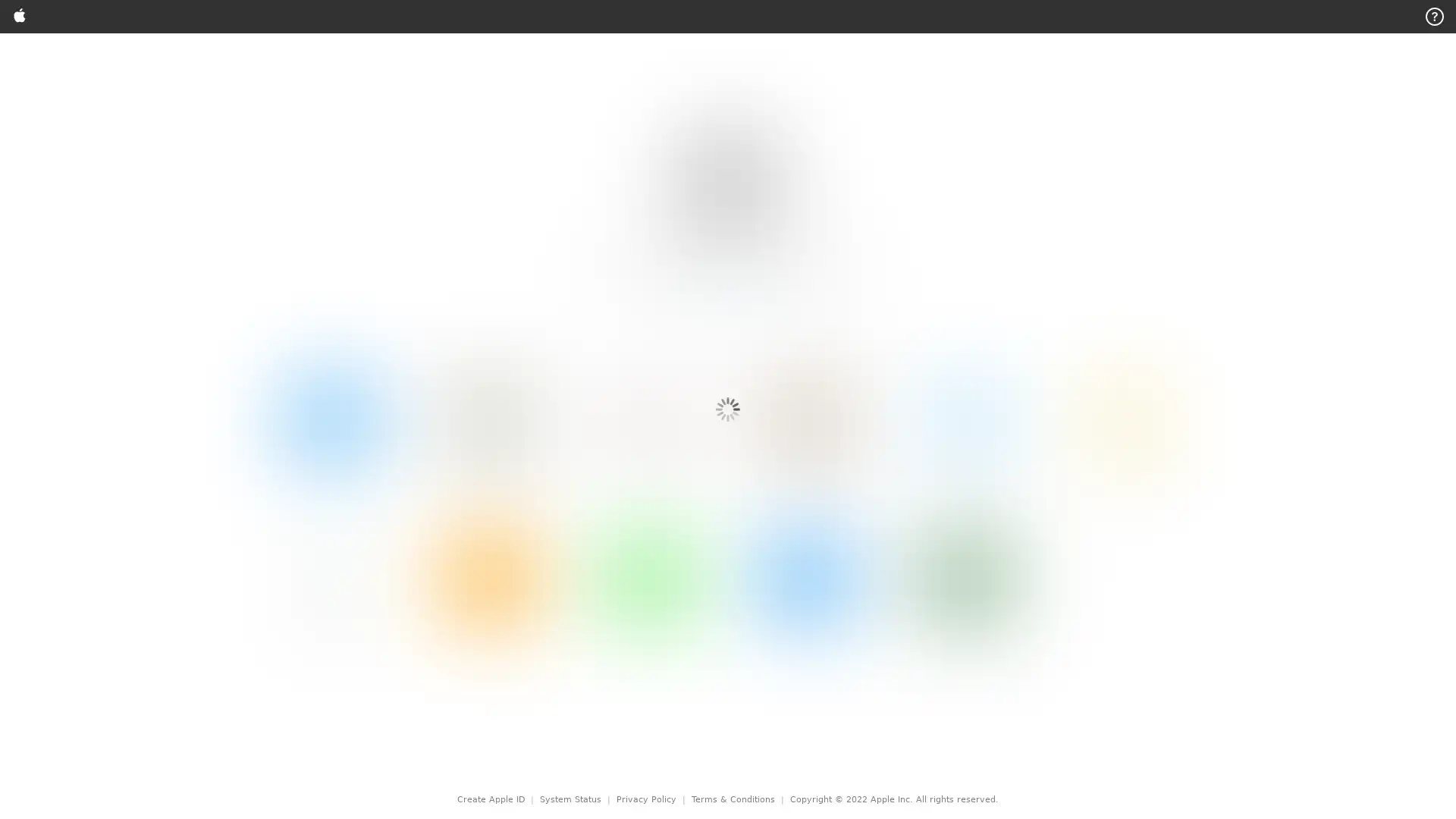 The image size is (1456, 819). Describe the element at coordinates (752, 74) in the screenshot. I see `Create your free Apple ID and get started today` at that location.